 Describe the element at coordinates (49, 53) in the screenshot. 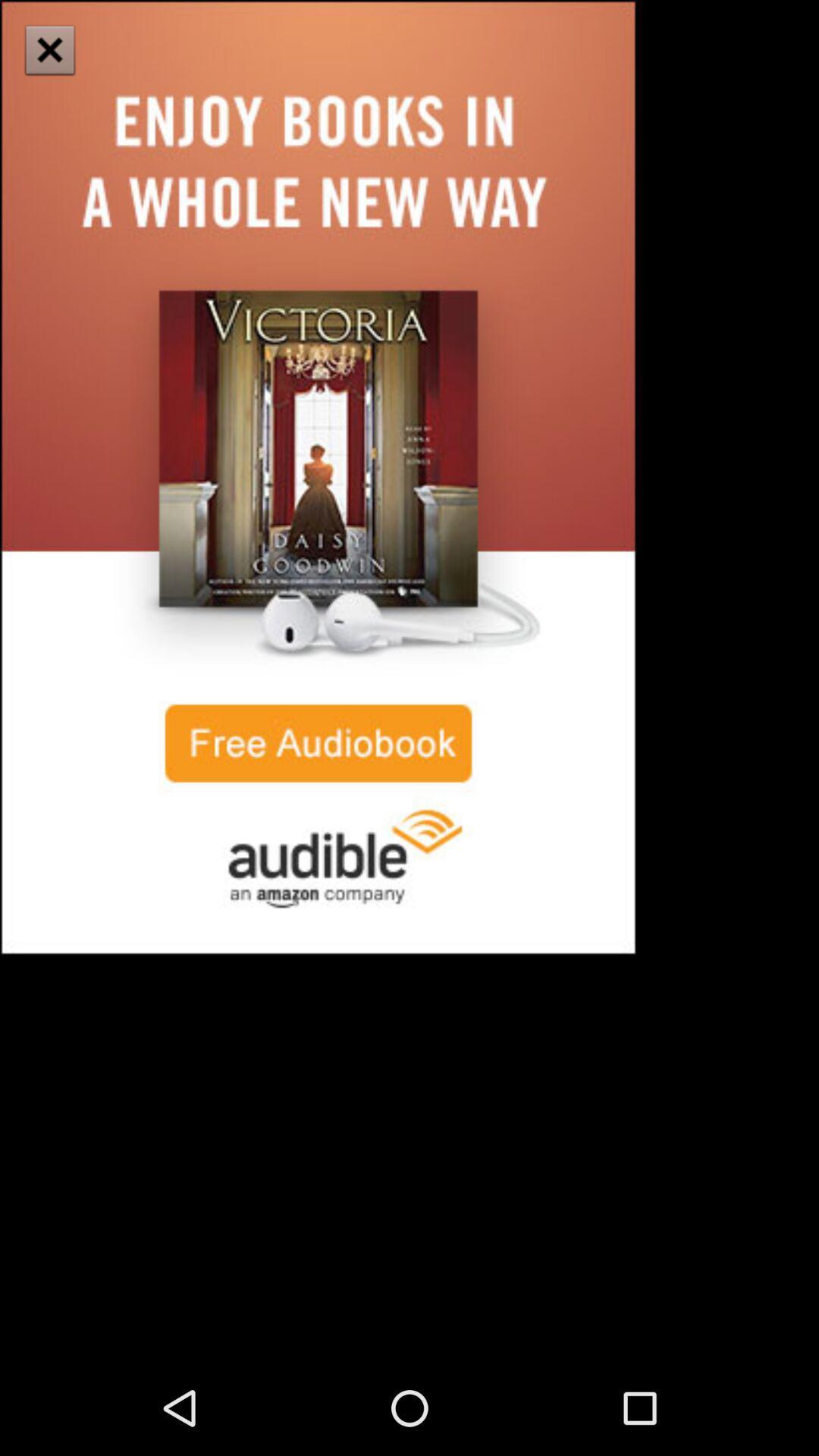

I see `the close icon` at that location.